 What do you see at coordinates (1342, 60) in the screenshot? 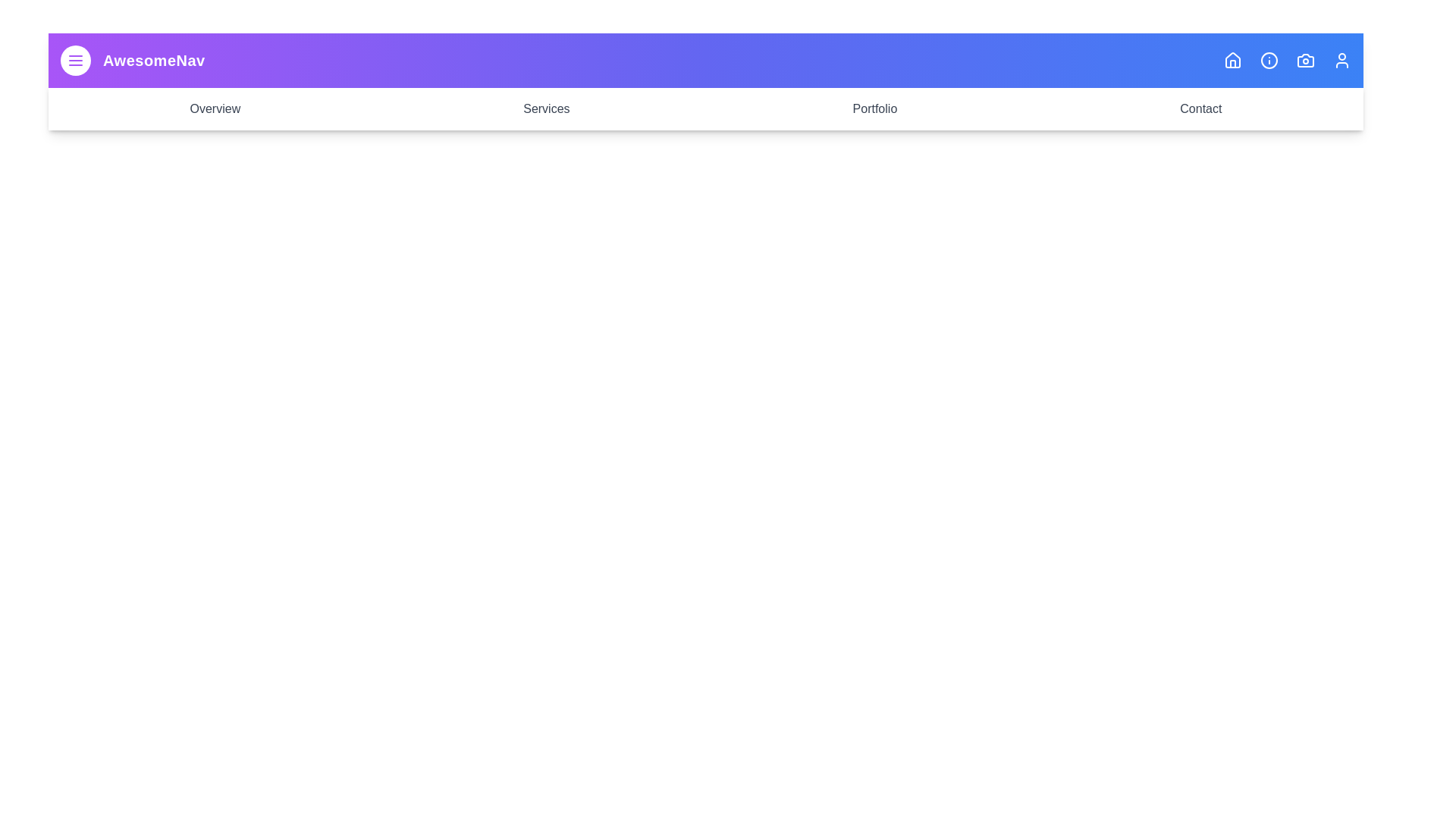
I see `the icon corresponding to User to observe its hover effect` at bounding box center [1342, 60].